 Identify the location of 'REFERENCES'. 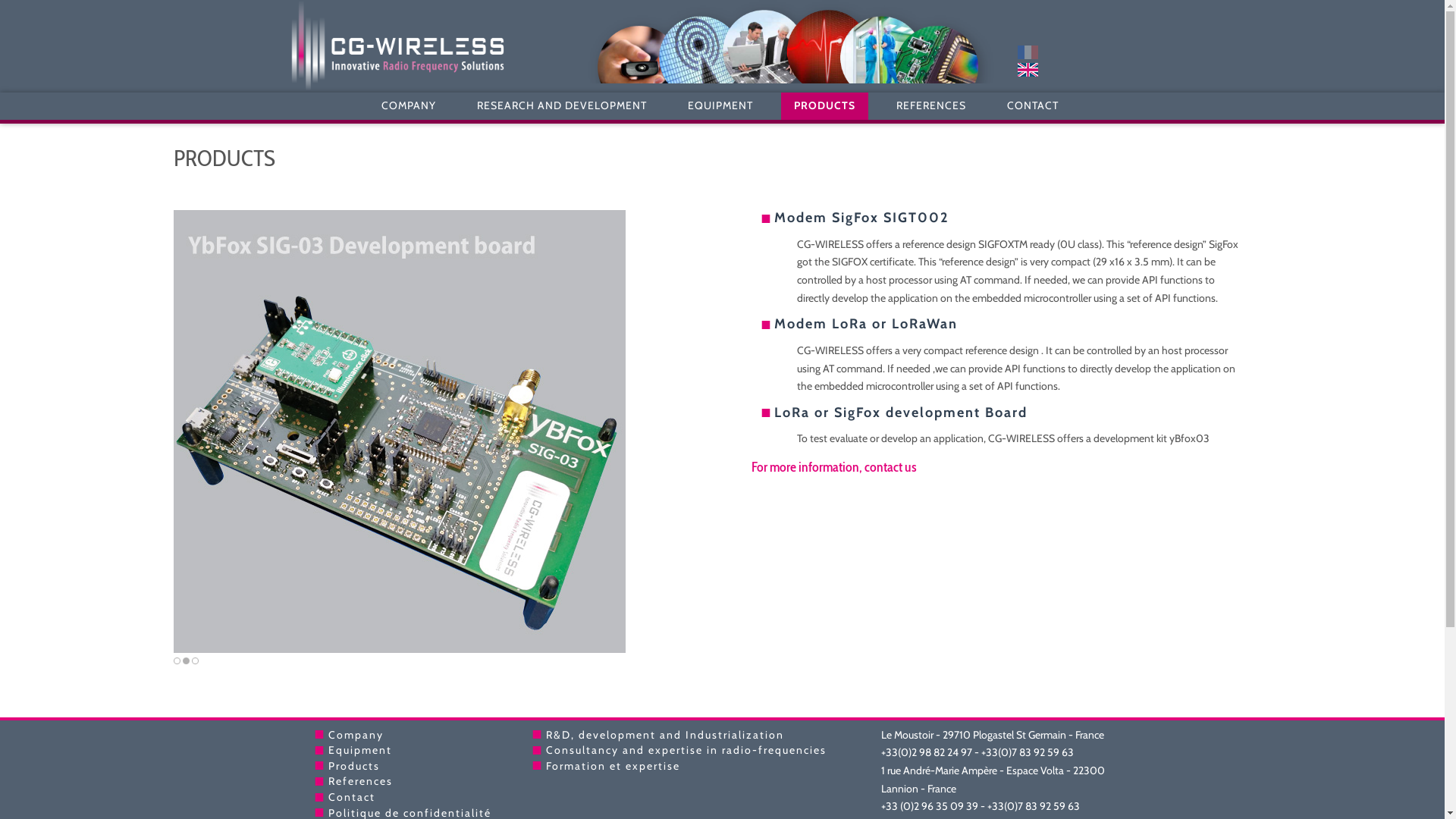
(883, 105).